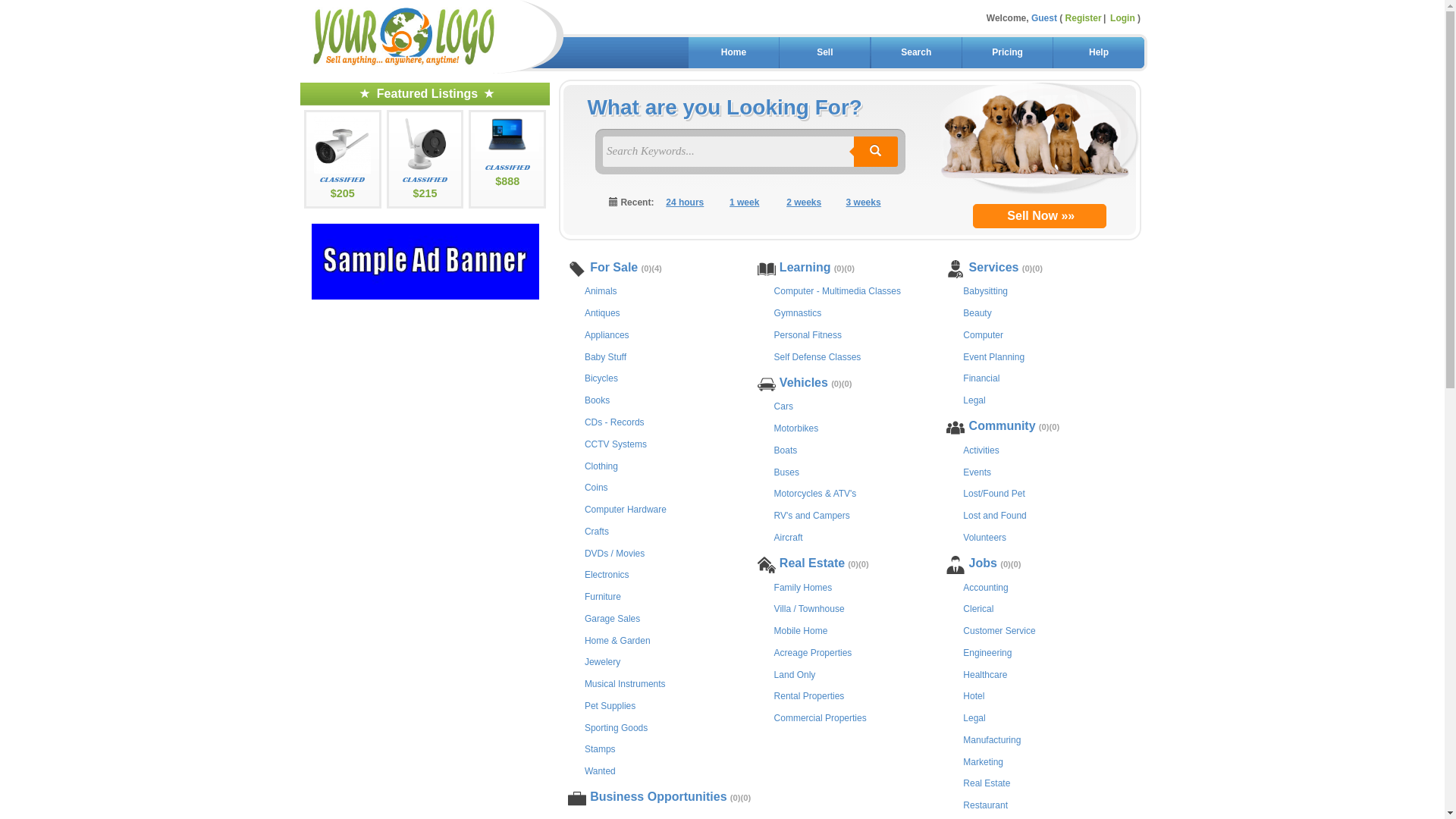 The image size is (1456, 819). I want to click on 'Mobile Home', so click(800, 629).